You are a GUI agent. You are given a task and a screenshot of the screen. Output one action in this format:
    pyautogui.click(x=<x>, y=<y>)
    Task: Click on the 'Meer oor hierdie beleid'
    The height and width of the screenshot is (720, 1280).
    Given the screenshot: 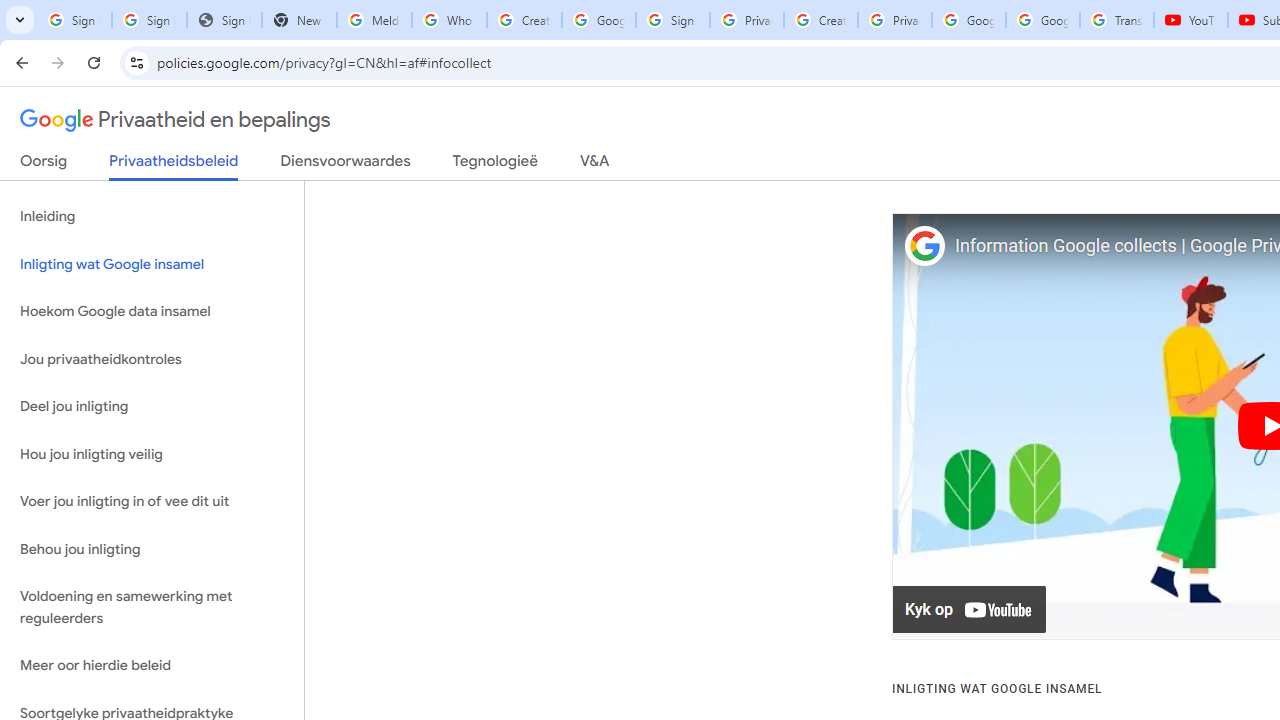 What is the action you would take?
    pyautogui.click(x=151, y=666)
    